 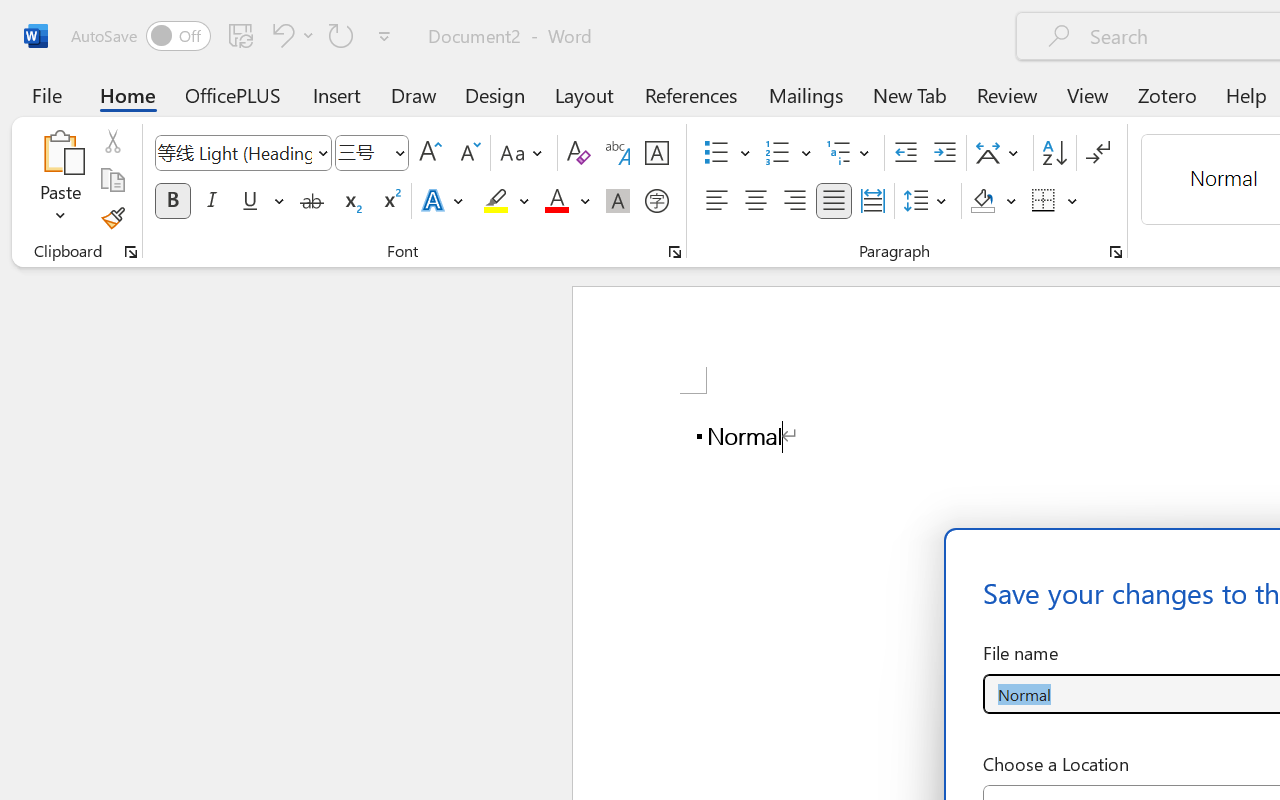 I want to click on 'Align Left', so click(x=716, y=201).